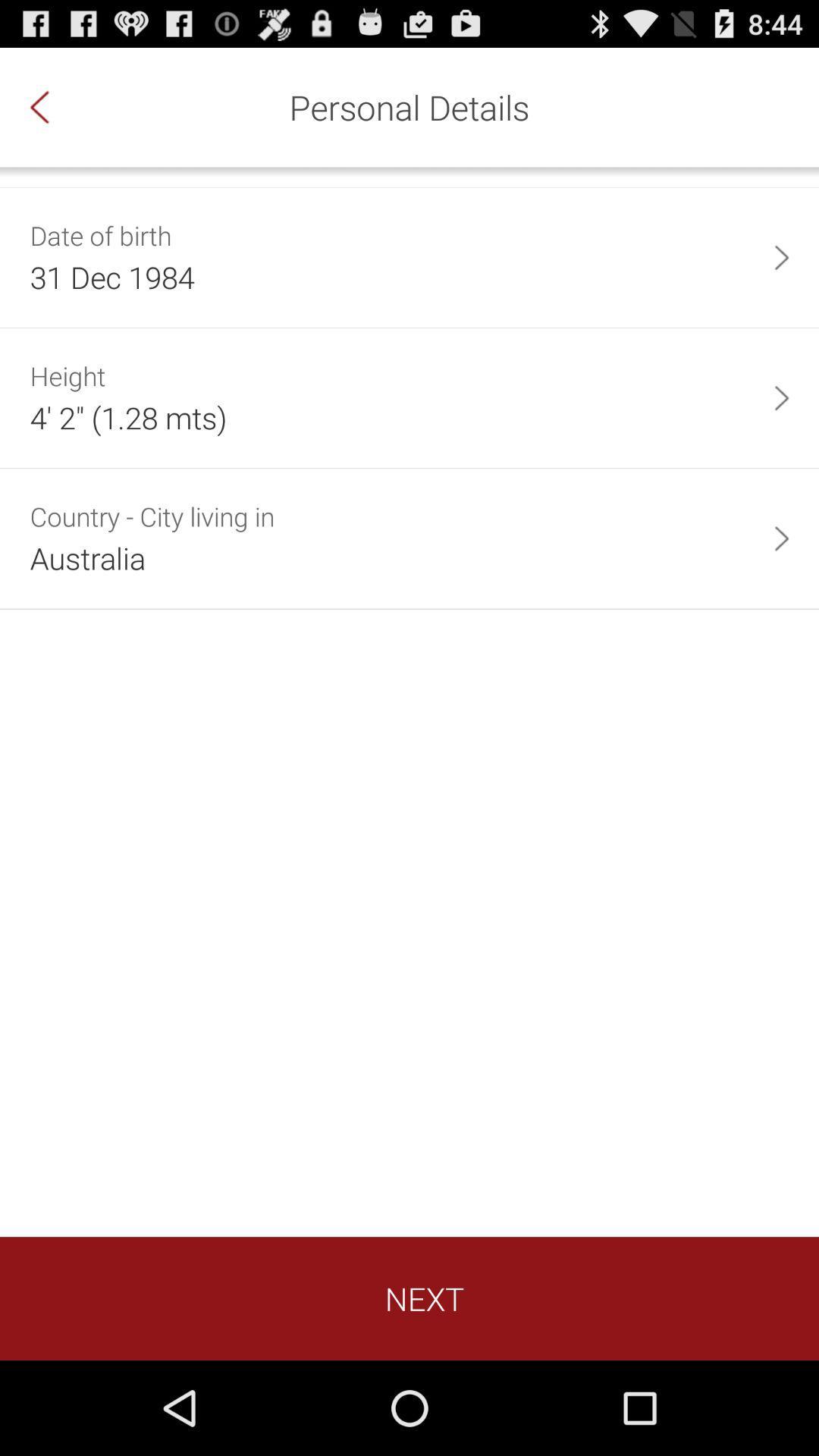 This screenshot has height=1456, width=819. Describe the element at coordinates (781, 257) in the screenshot. I see `item next to 31 dec 1984 app` at that location.